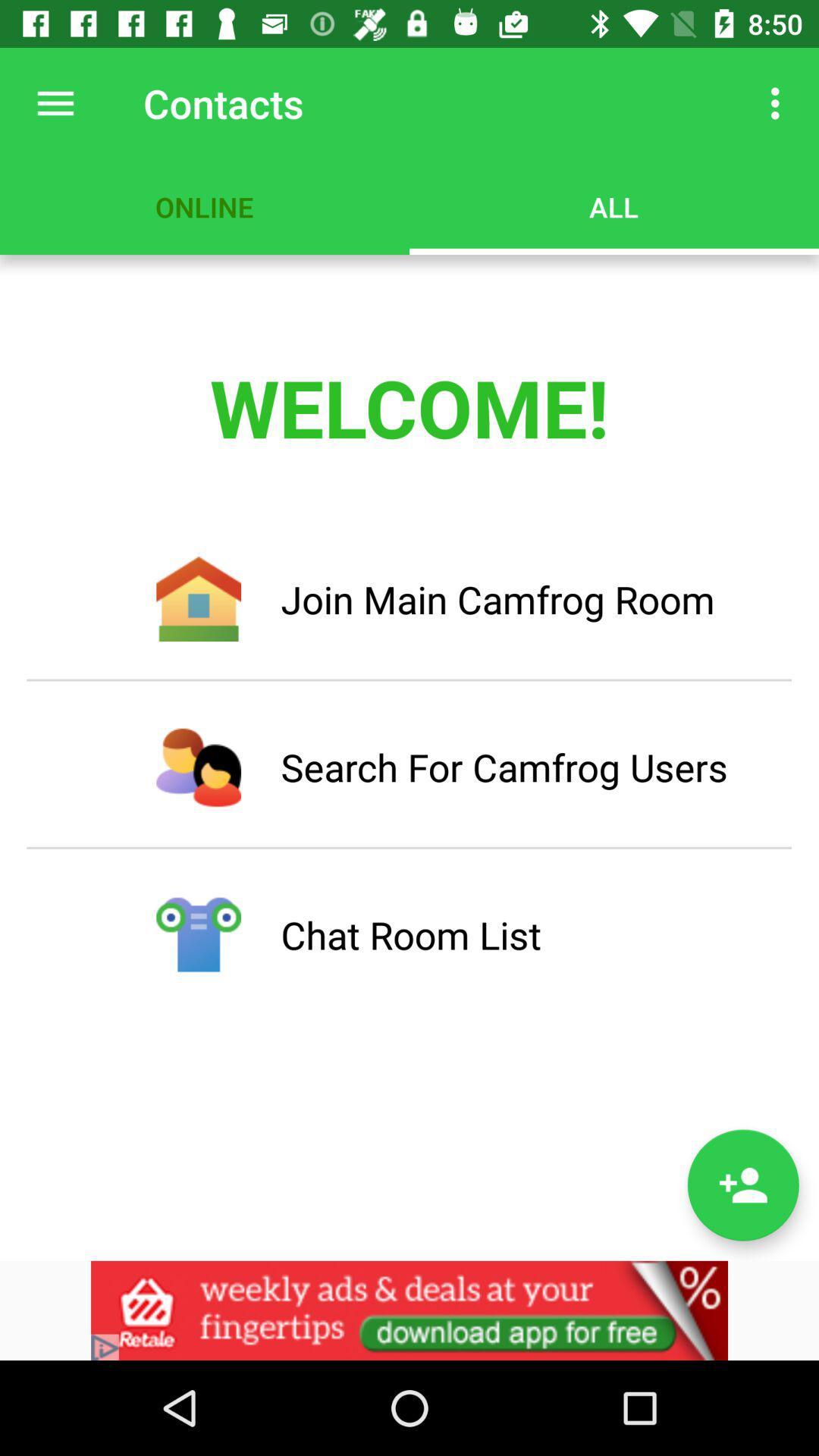  Describe the element at coordinates (409, 1310) in the screenshot. I see `app footer advertisement window` at that location.